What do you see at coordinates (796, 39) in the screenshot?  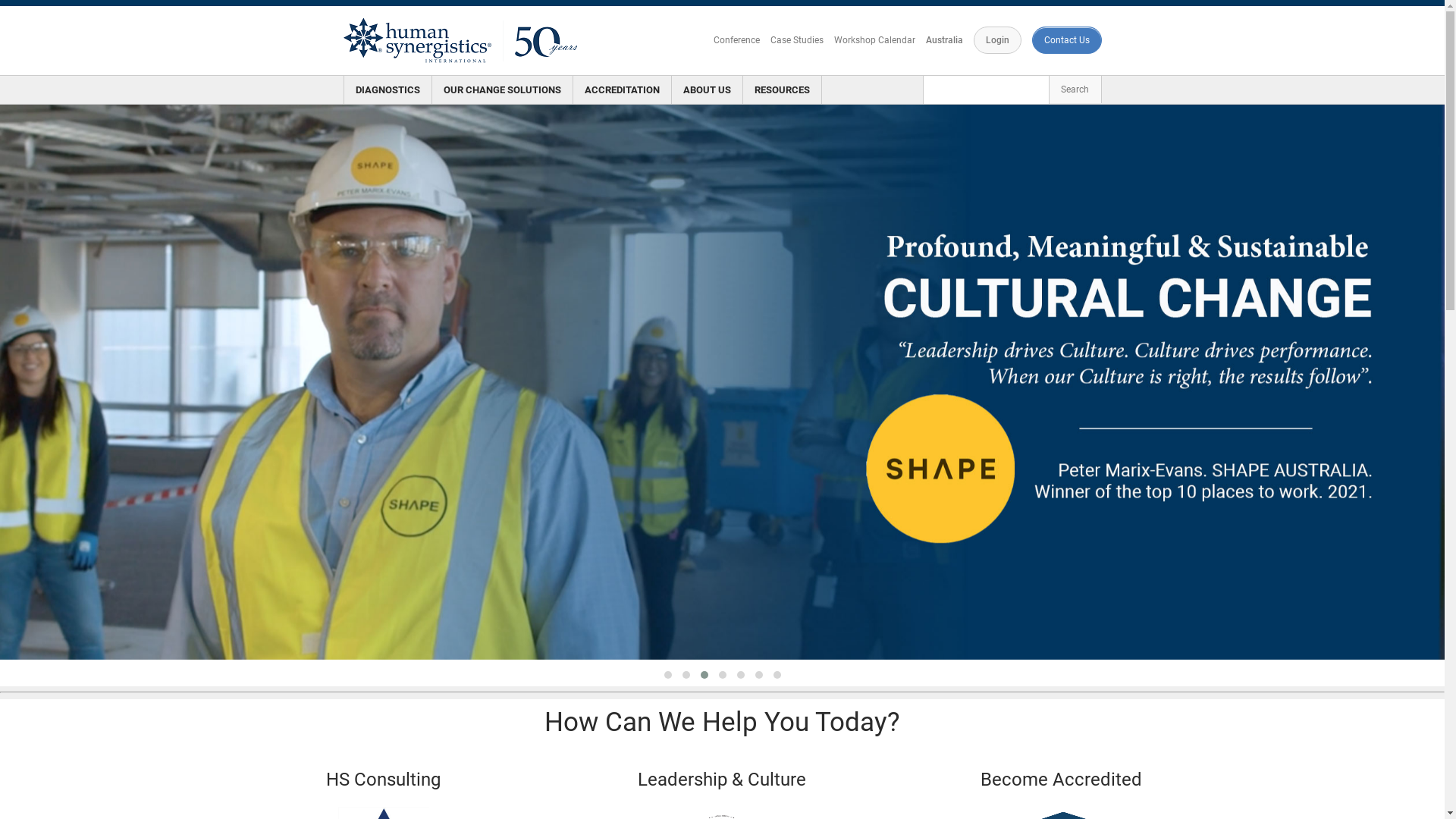 I see `'Case Studies'` at bounding box center [796, 39].